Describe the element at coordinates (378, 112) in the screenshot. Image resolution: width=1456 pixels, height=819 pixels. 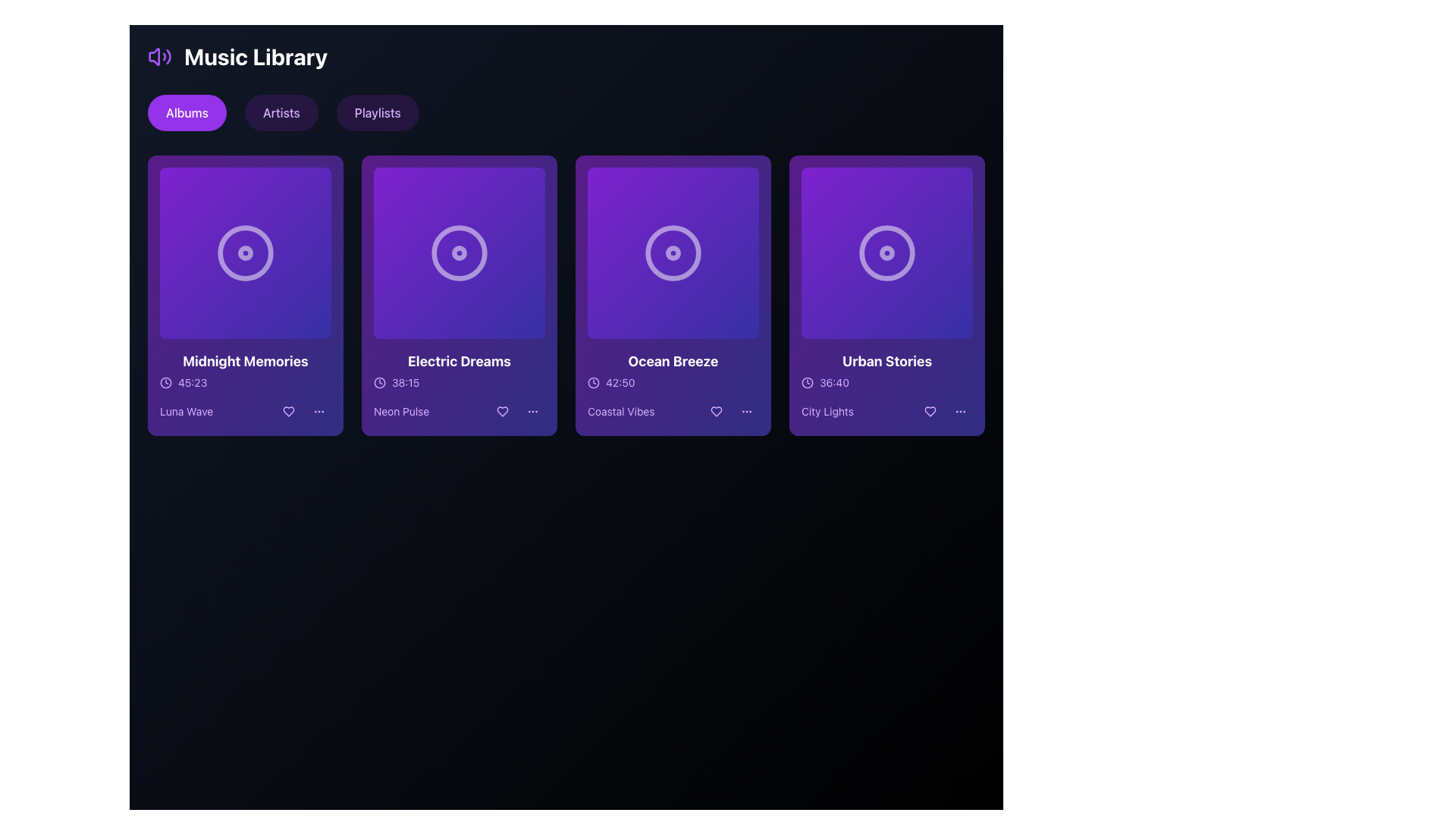
I see `the rounded rectangular button labeled 'playlists' with purple text` at that location.